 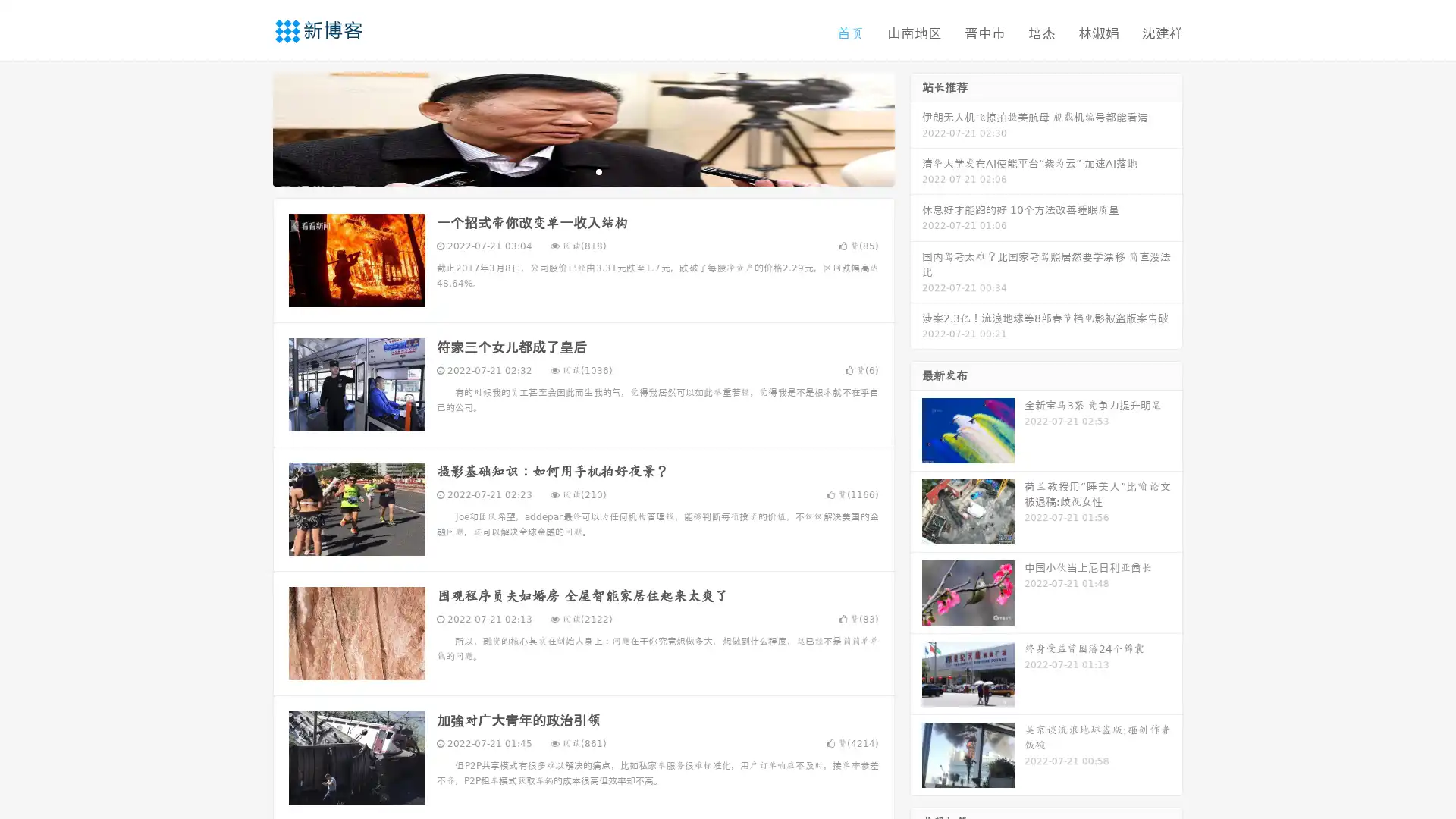 What do you see at coordinates (250, 127) in the screenshot?
I see `Previous slide` at bounding box center [250, 127].